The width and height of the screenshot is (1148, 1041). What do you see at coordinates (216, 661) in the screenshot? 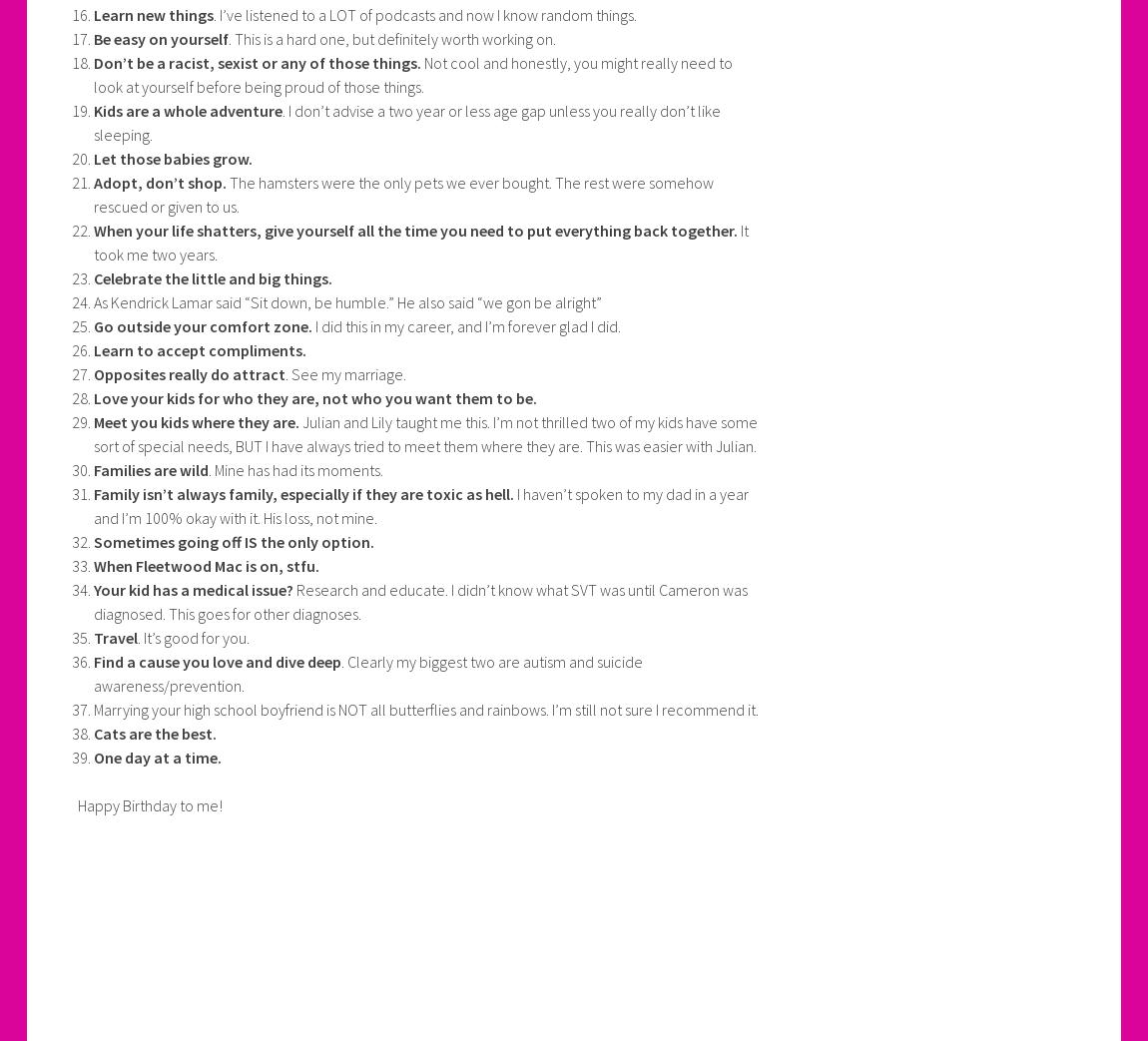
I see `'Find a cause you love and dive deep'` at bounding box center [216, 661].